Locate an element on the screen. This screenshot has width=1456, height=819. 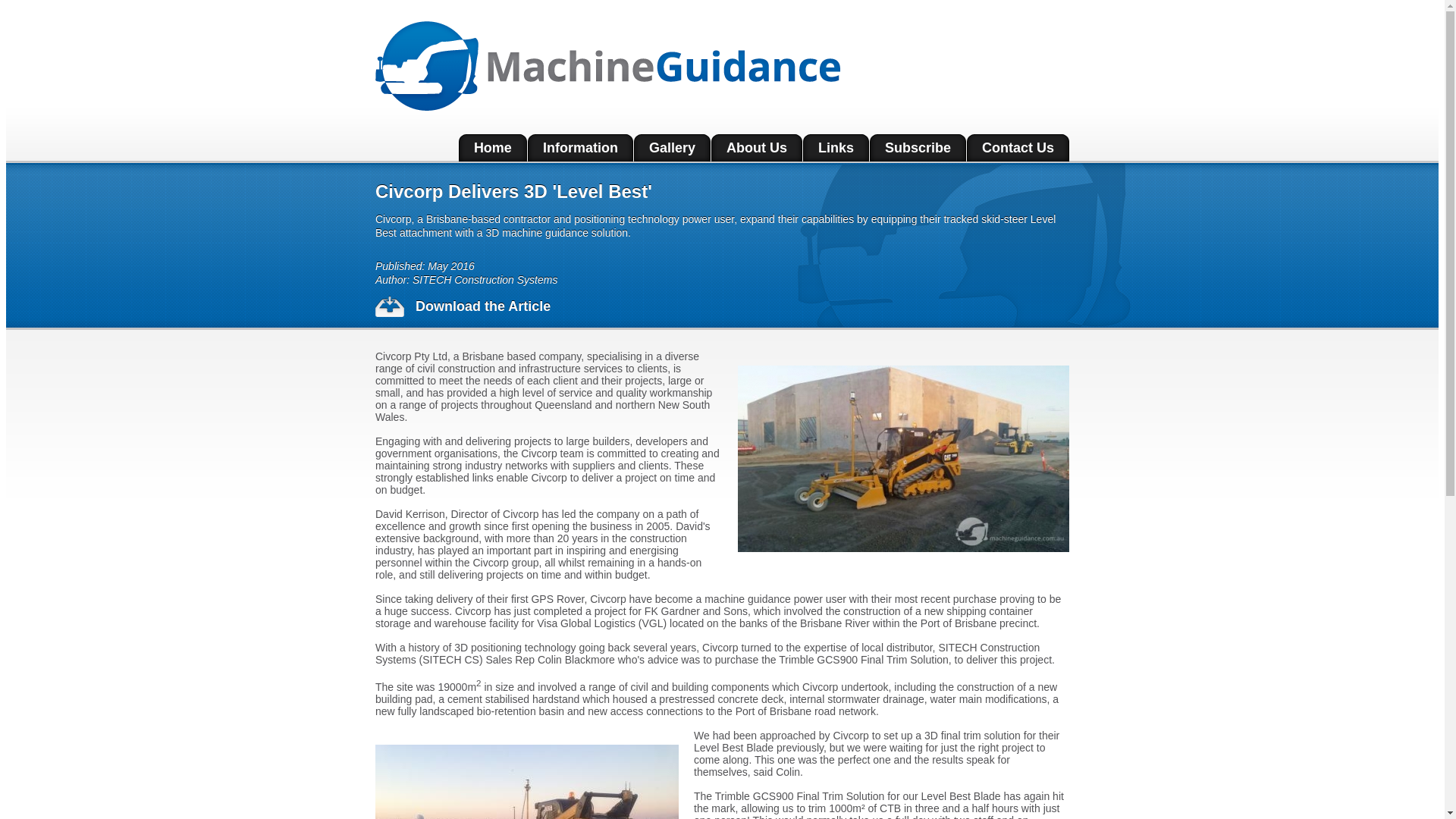
'Contact Us' is located at coordinates (1018, 148).